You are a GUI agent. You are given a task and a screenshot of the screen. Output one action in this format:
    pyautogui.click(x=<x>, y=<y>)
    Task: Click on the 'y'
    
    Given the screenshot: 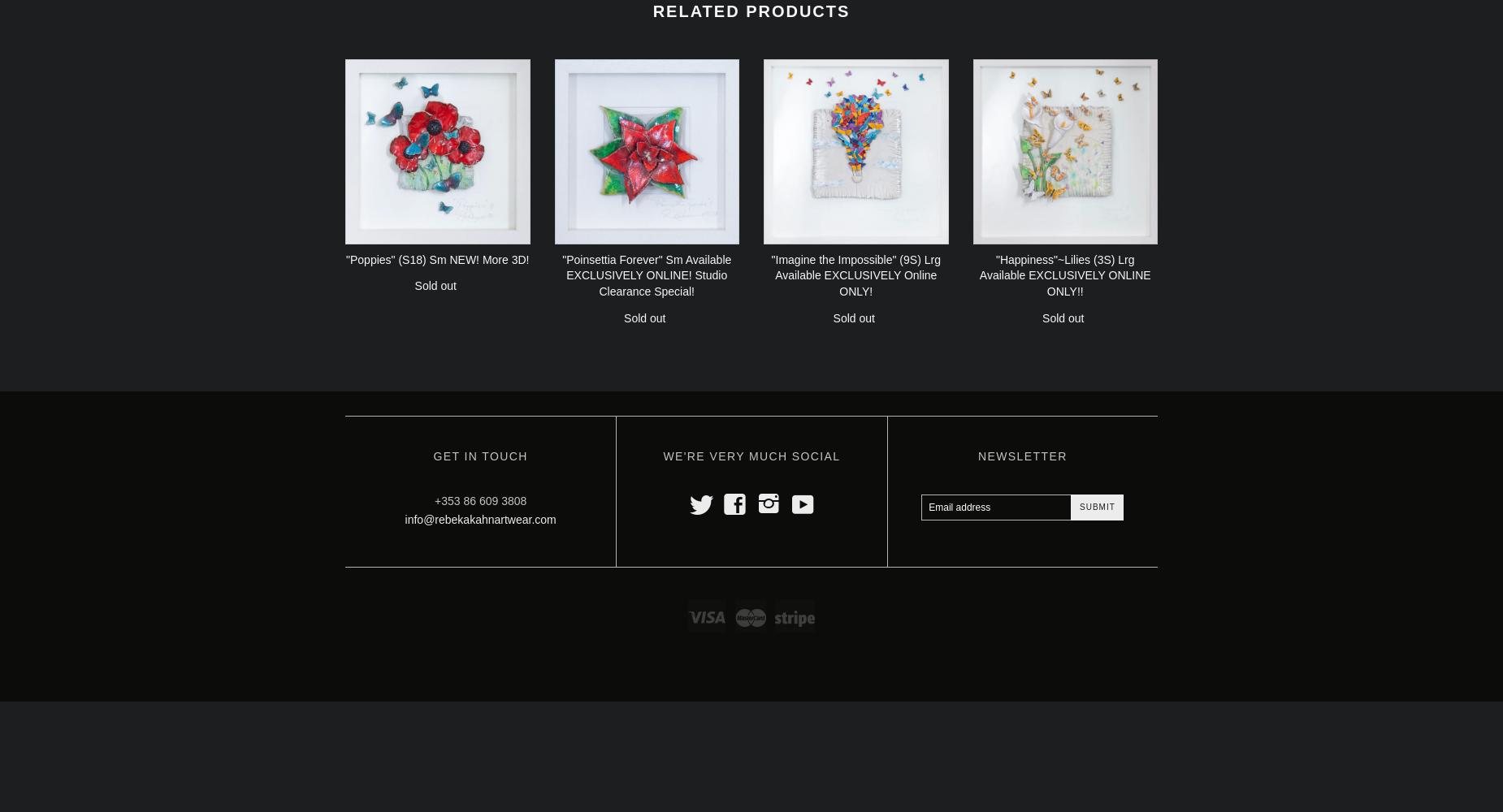 What is the action you would take?
    pyautogui.click(x=790, y=500)
    